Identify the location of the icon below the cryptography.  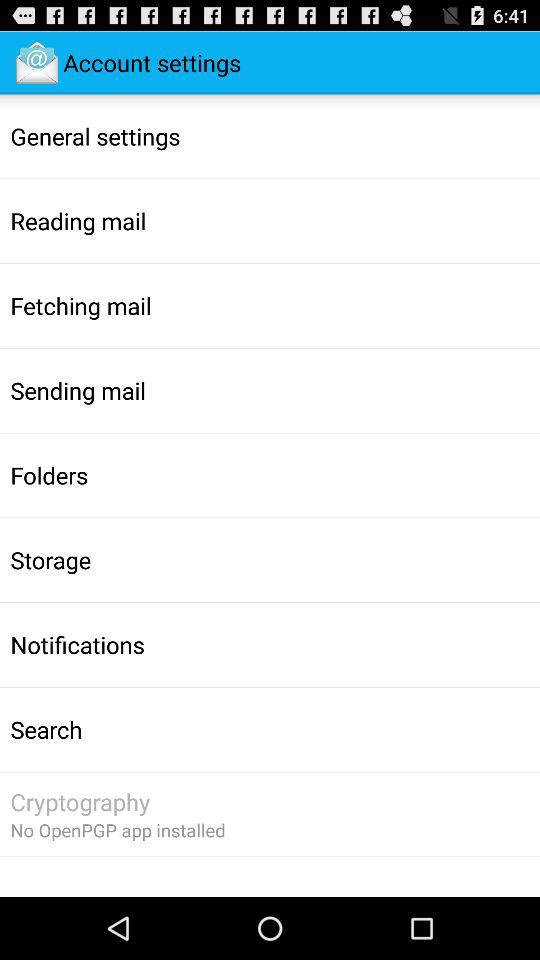
(118, 830).